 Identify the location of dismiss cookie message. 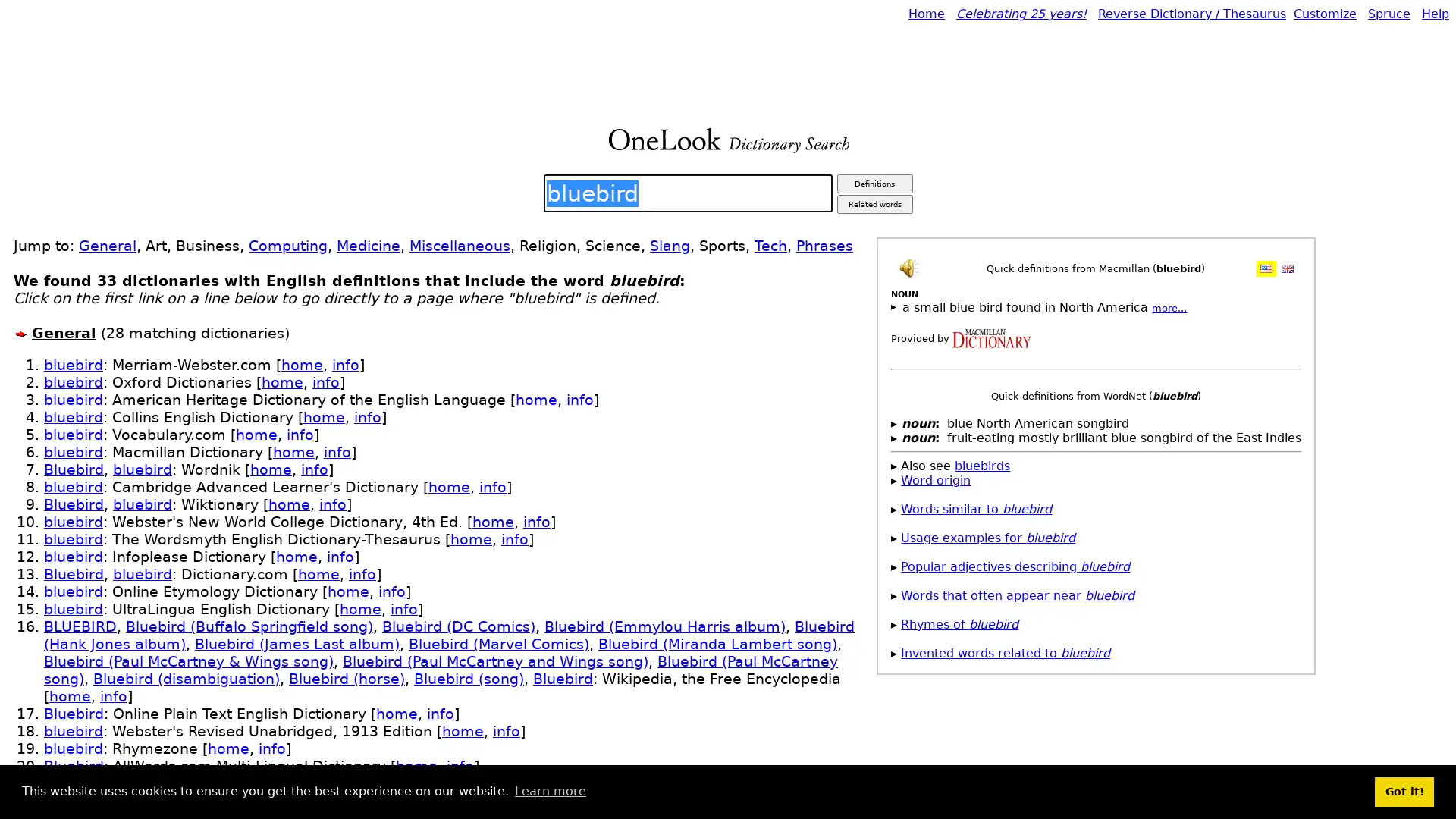
(1404, 791).